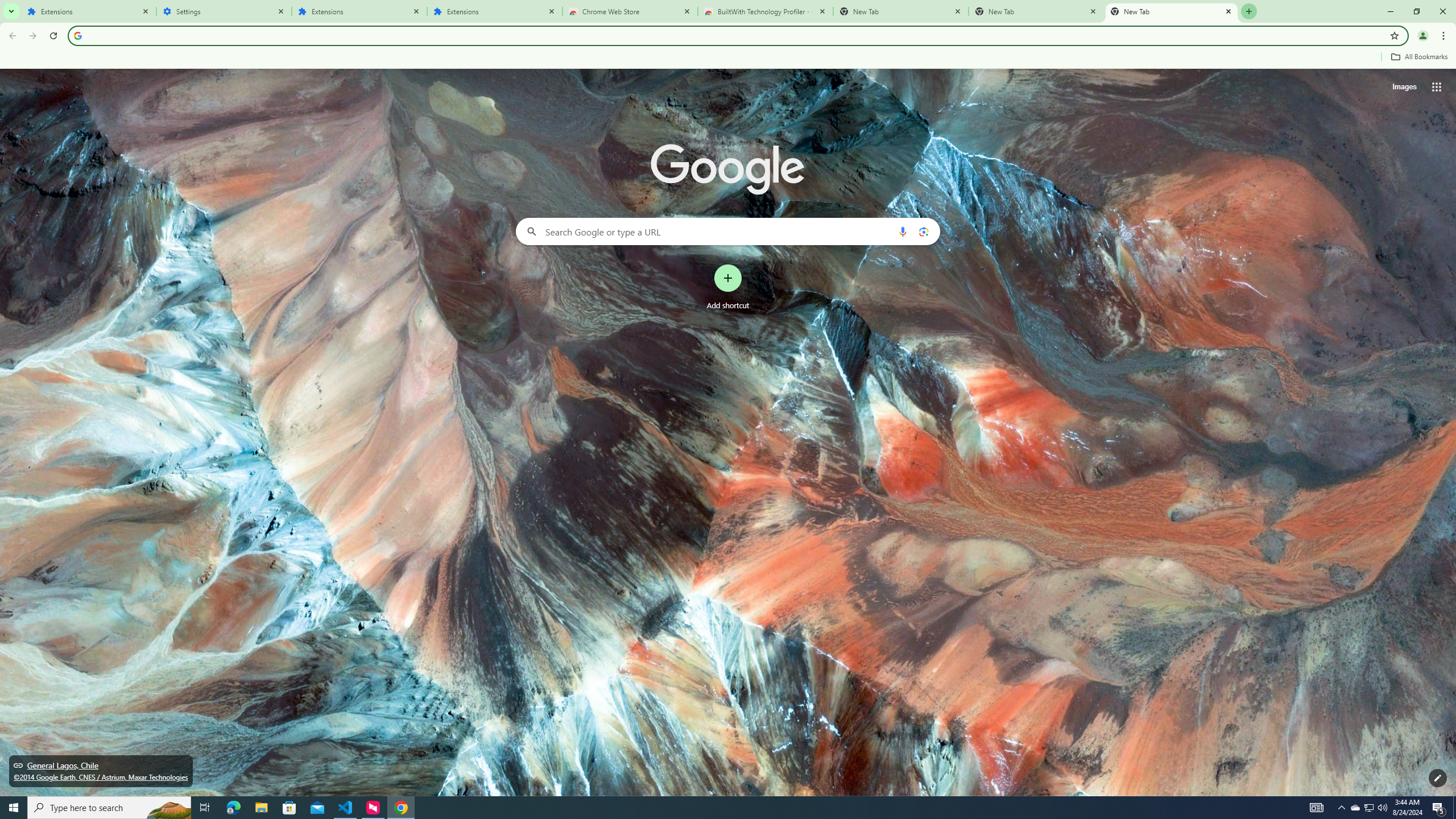 Image resolution: width=1456 pixels, height=819 pixels. What do you see at coordinates (728, 287) in the screenshot?
I see `'Add shortcut'` at bounding box center [728, 287].